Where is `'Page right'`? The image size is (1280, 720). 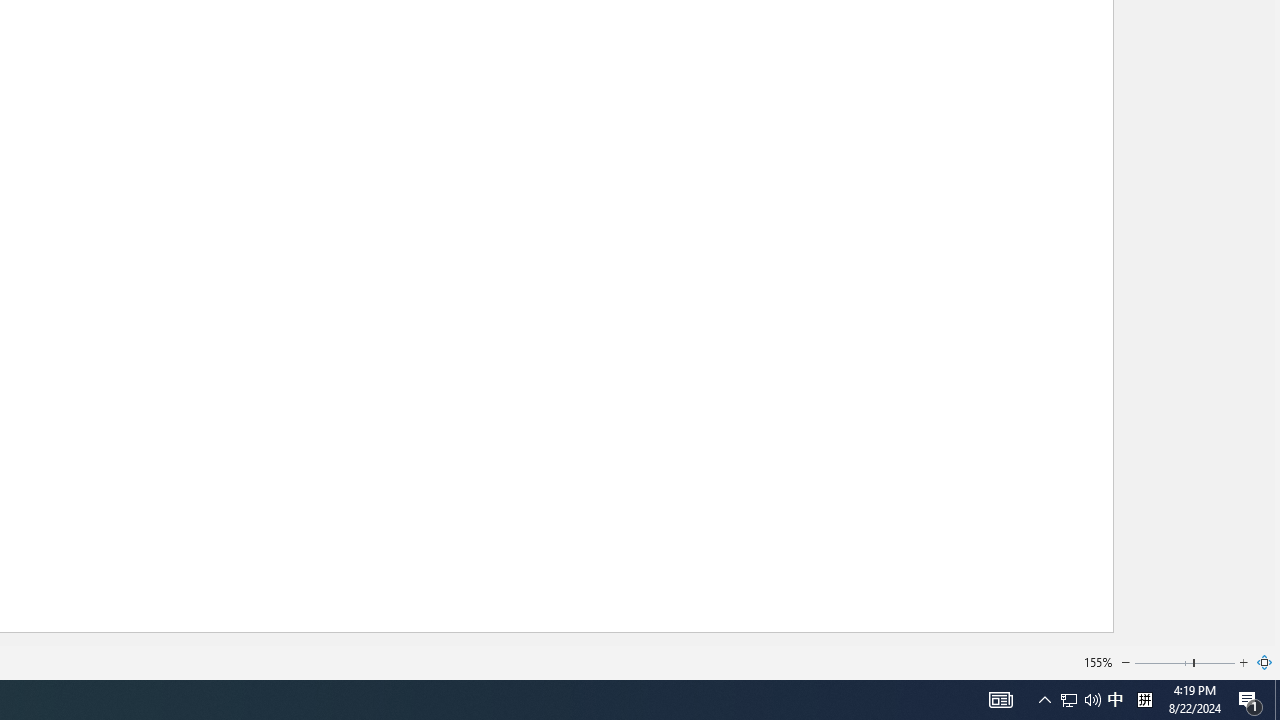 'Page right' is located at coordinates (1214, 663).